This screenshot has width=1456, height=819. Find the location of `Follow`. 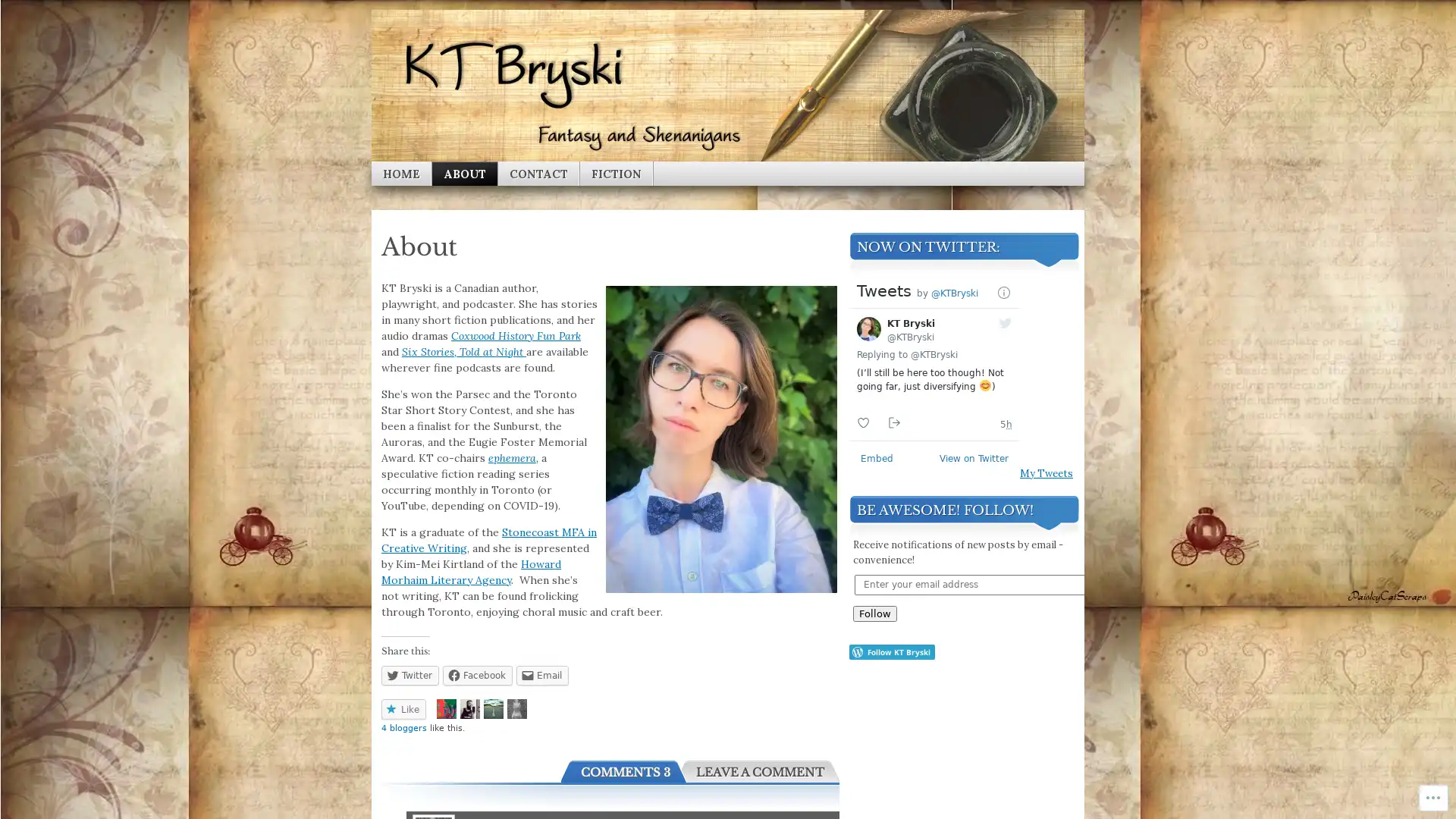

Follow is located at coordinates (874, 612).